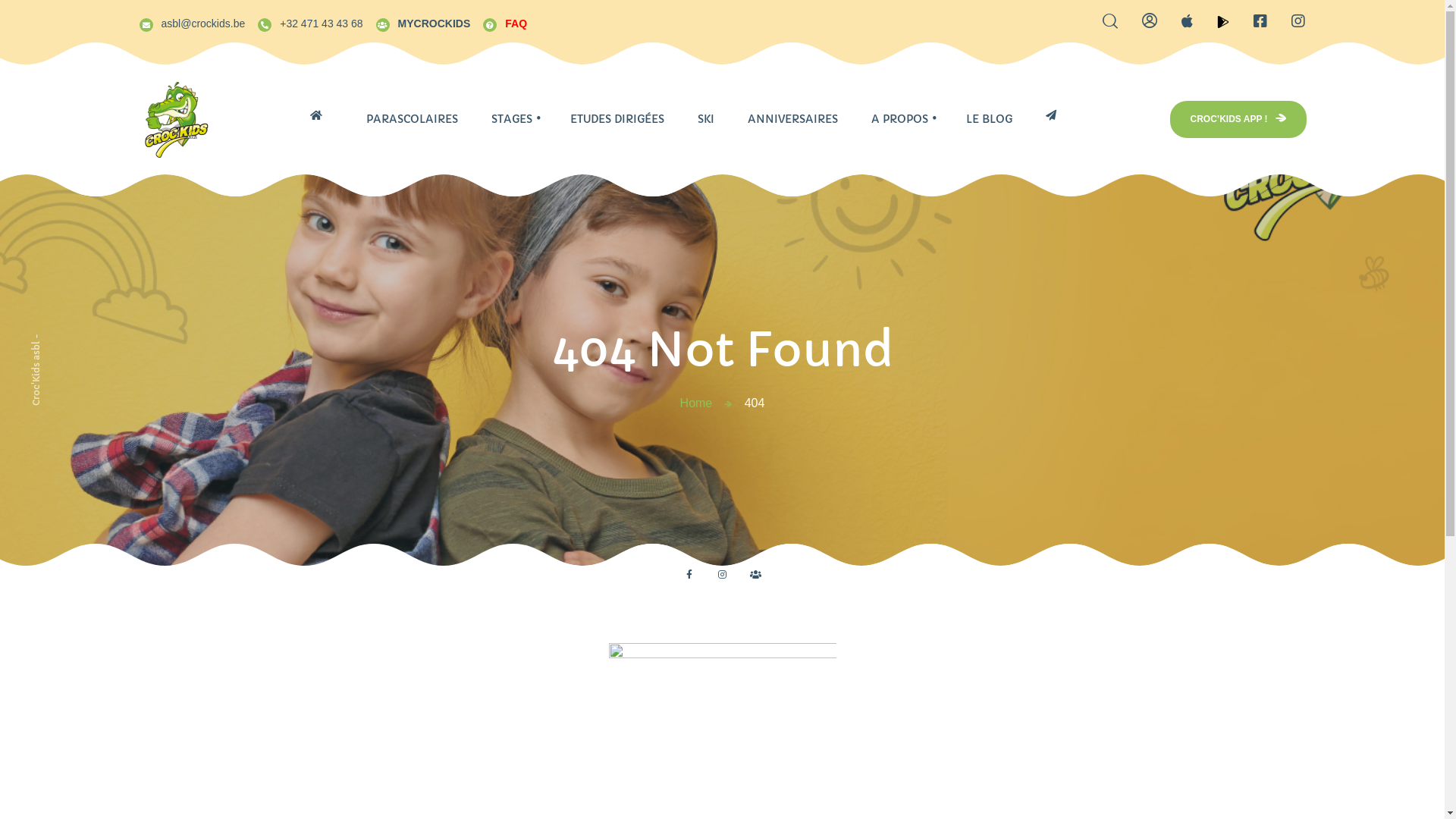  I want to click on 'MYCROCKIDS', so click(422, 22).